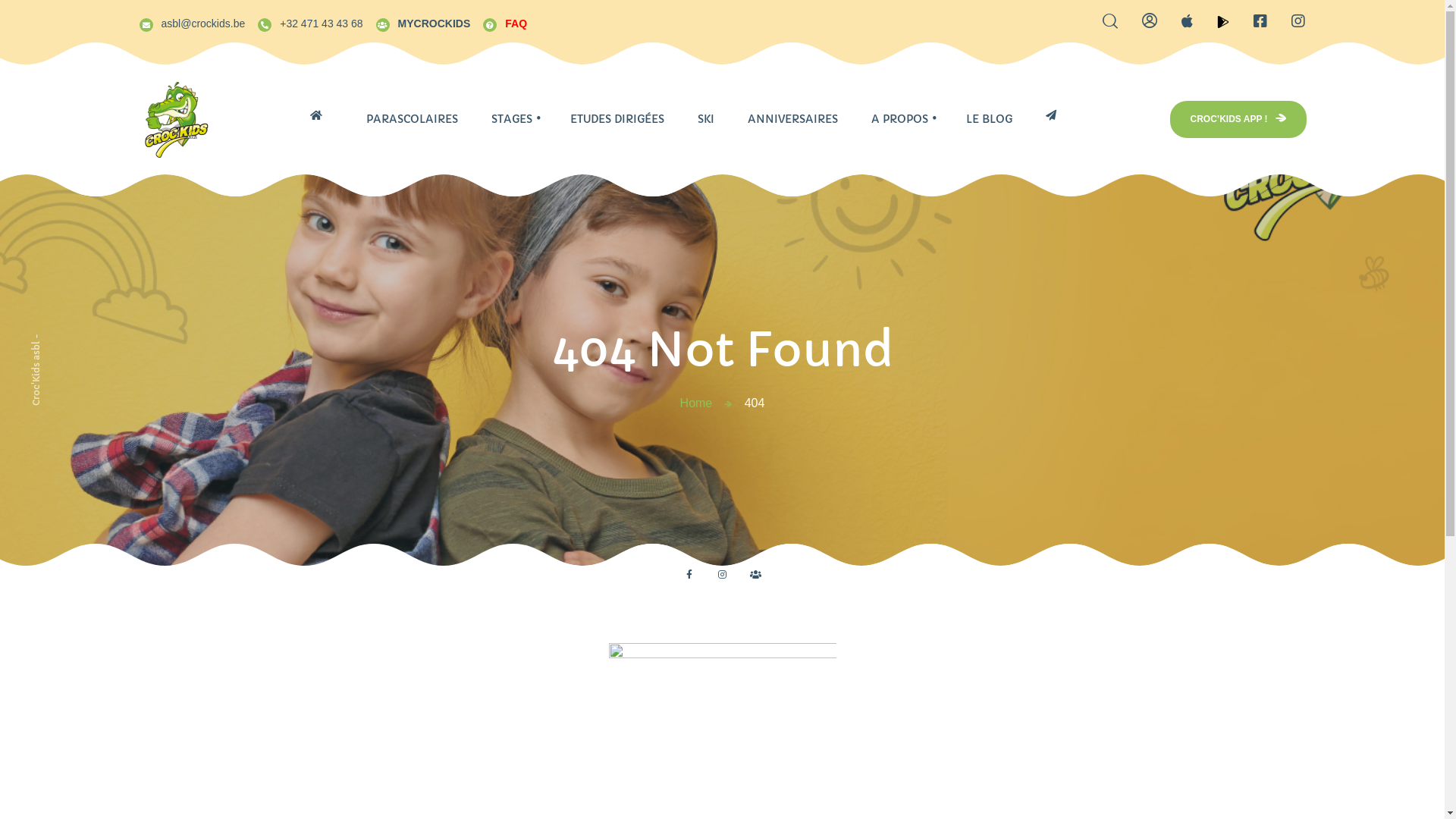  I want to click on 'MYCROCKIDS', so click(422, 22).